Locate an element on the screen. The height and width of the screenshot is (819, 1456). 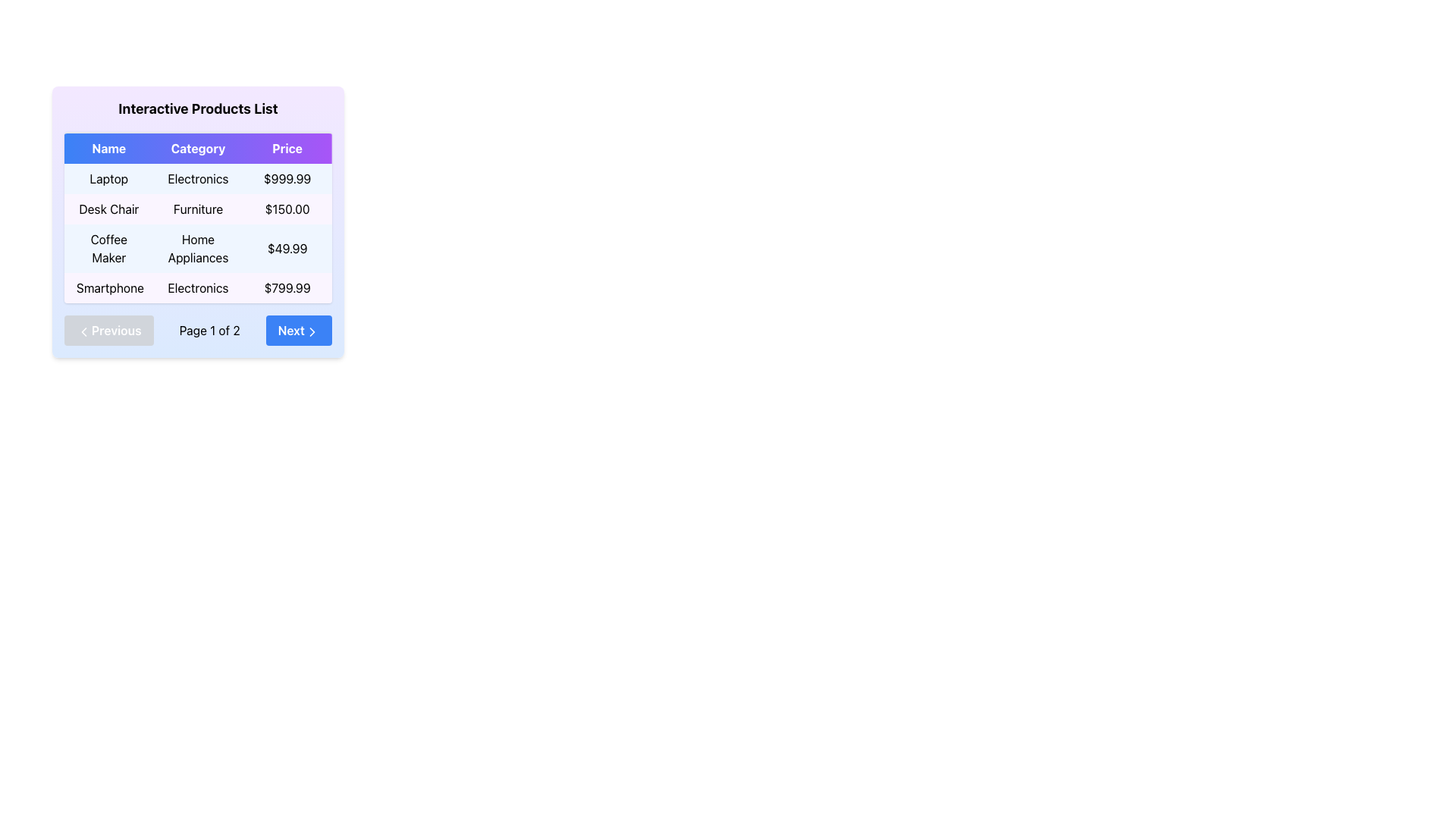
the first row of the 'Interactive Products List' table is located at coordinates (197, 177).